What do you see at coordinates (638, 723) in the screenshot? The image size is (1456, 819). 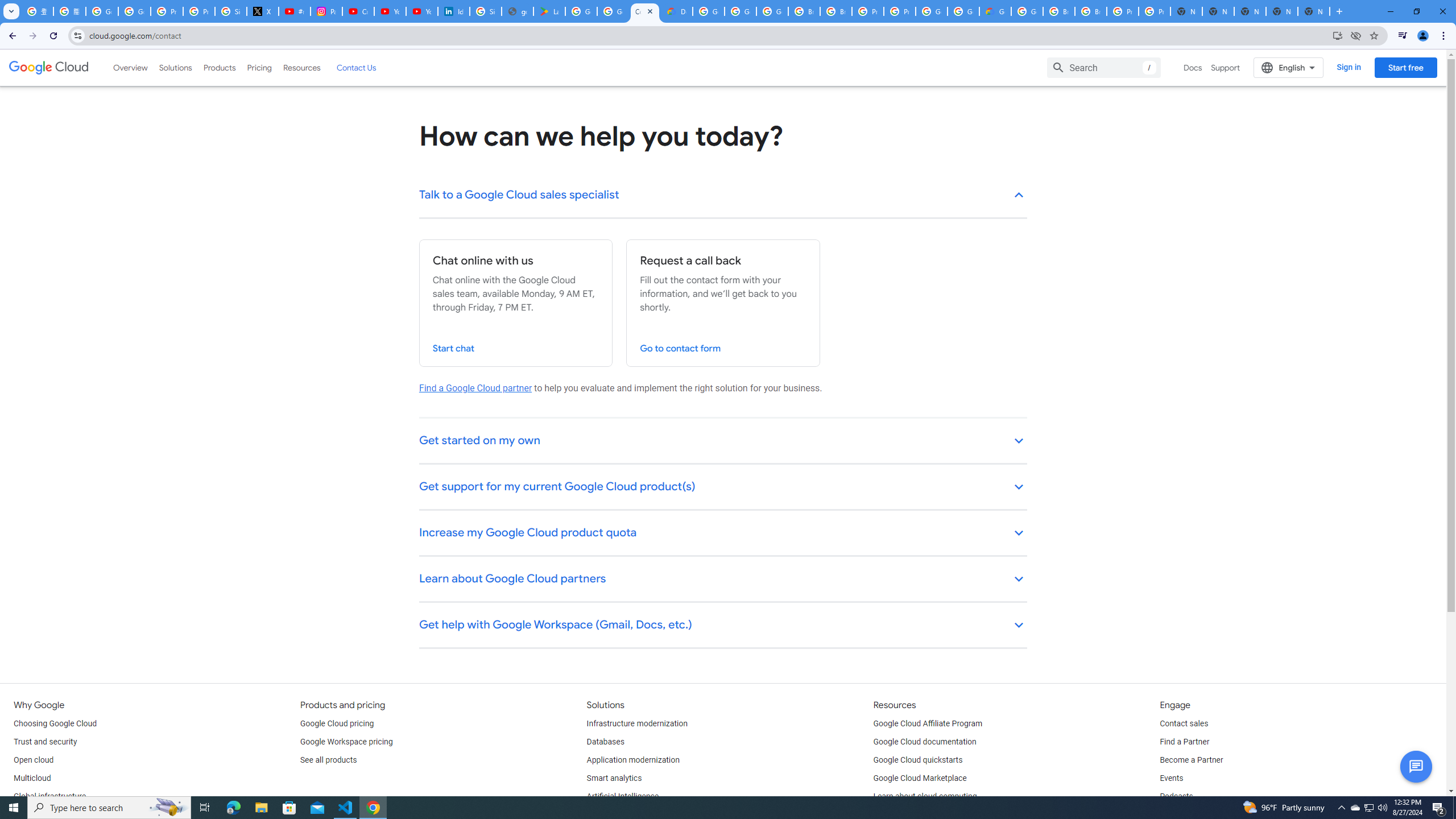 I see `'Infrastructure modernization'` at bounding box center [638, 723].